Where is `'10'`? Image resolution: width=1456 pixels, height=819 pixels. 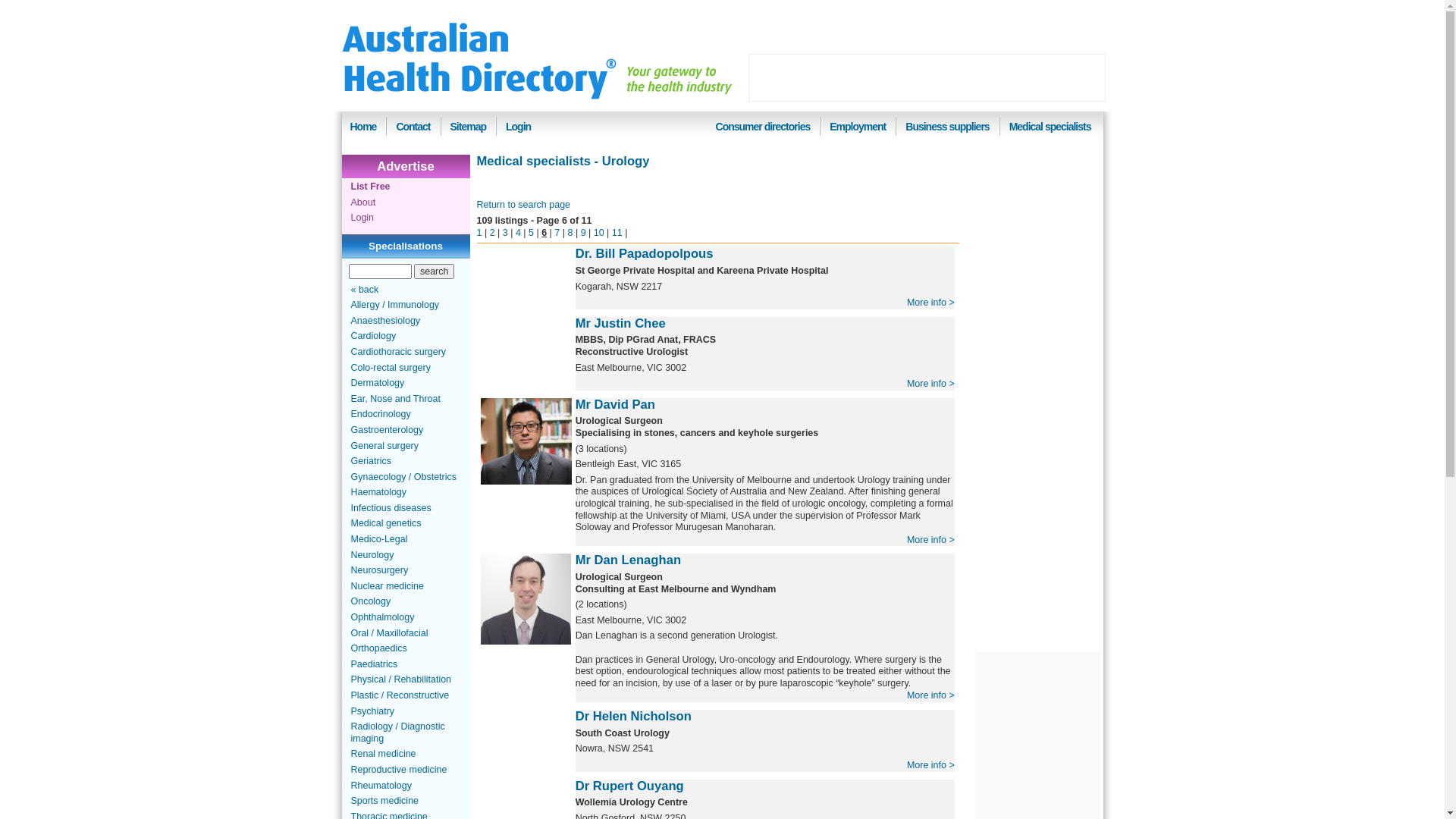
'10' is located at coordinates (598, 233).